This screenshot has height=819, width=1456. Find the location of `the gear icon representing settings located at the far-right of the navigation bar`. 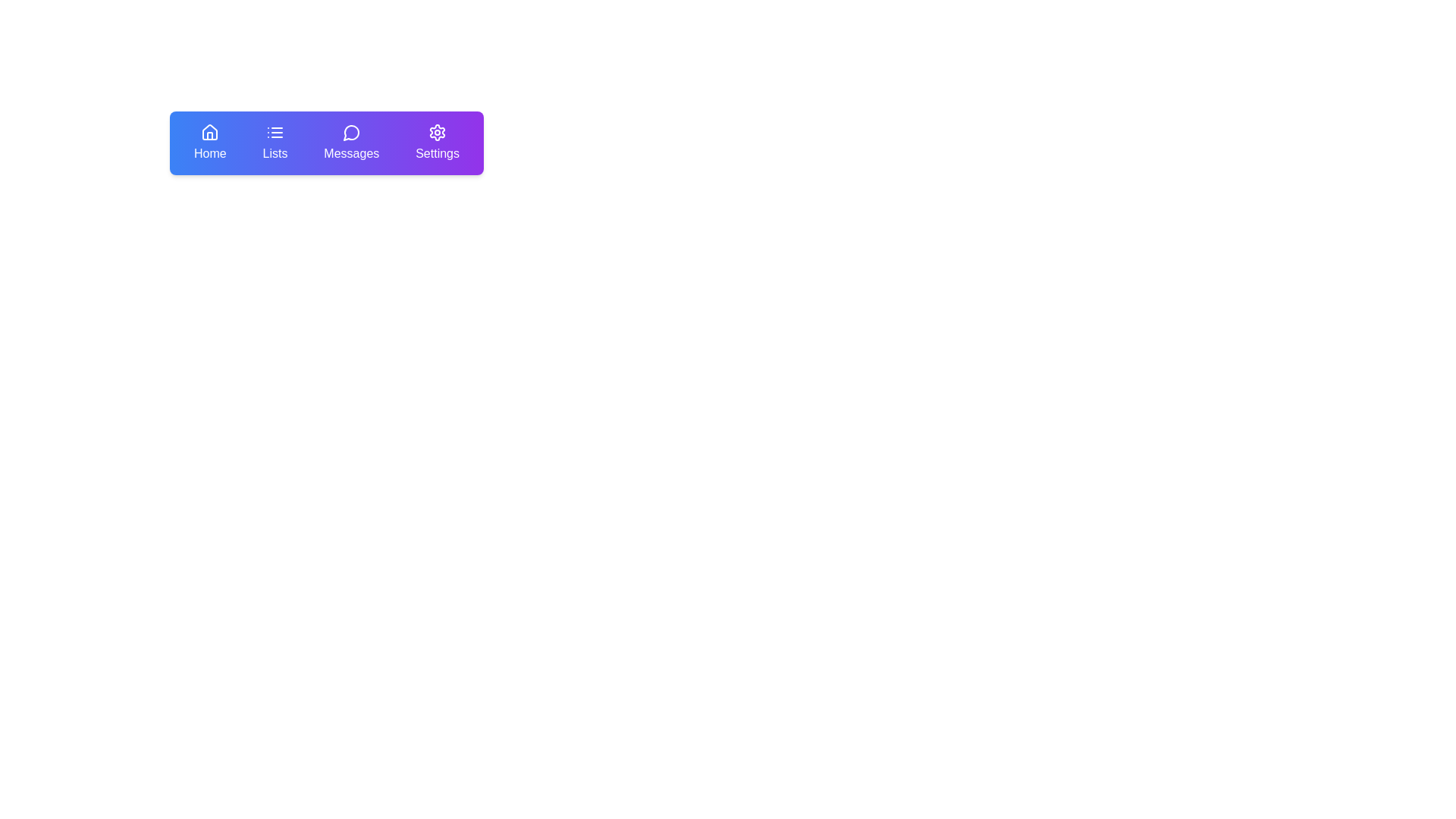

the gear icon representing settings located at the far-right of the navigation bar is located at coordinates (437, 131).